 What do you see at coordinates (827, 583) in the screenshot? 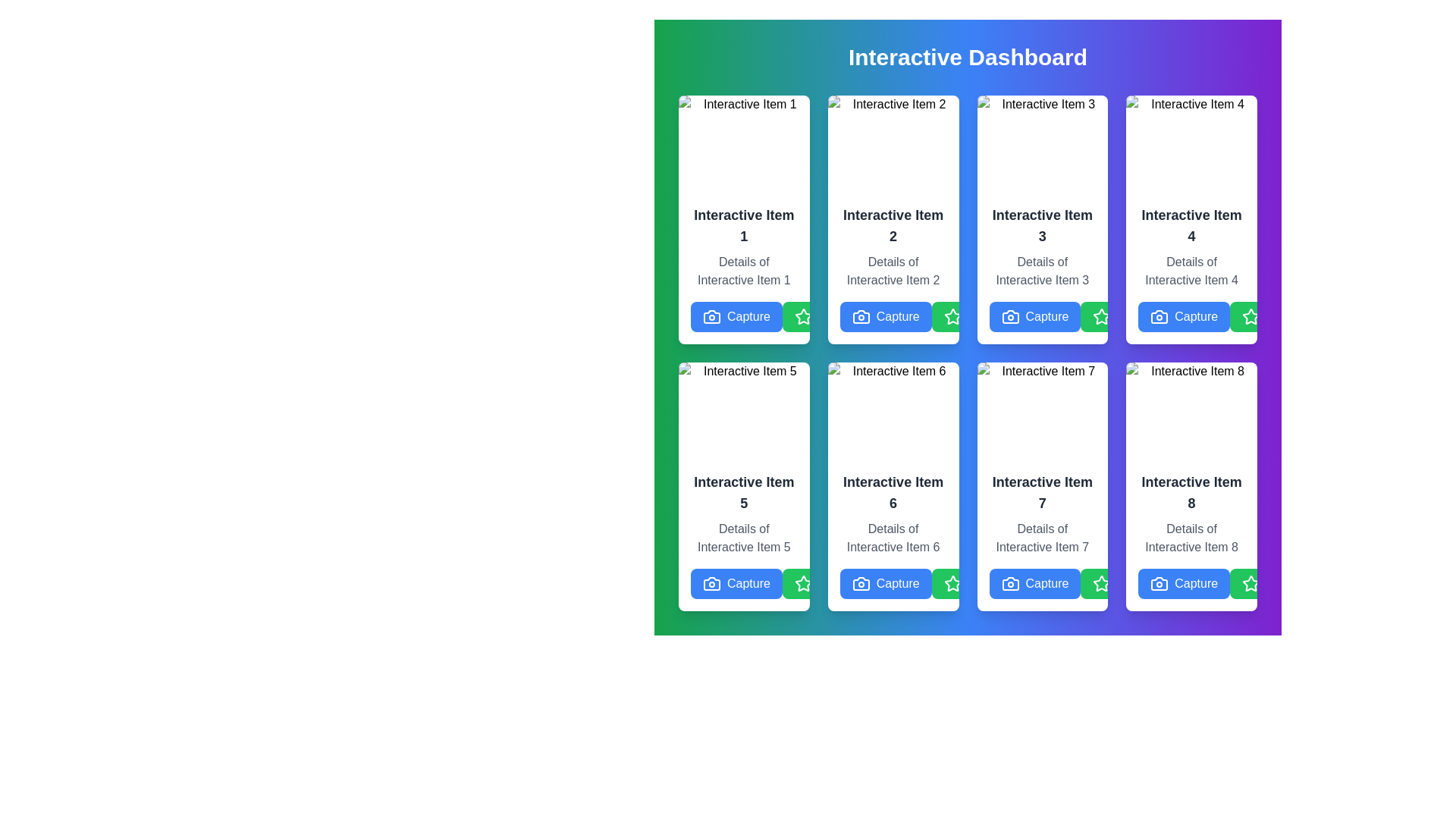
I see `the green 'Favorite' button with a white star icon for possible reordering` at bounding box center [827, 583].